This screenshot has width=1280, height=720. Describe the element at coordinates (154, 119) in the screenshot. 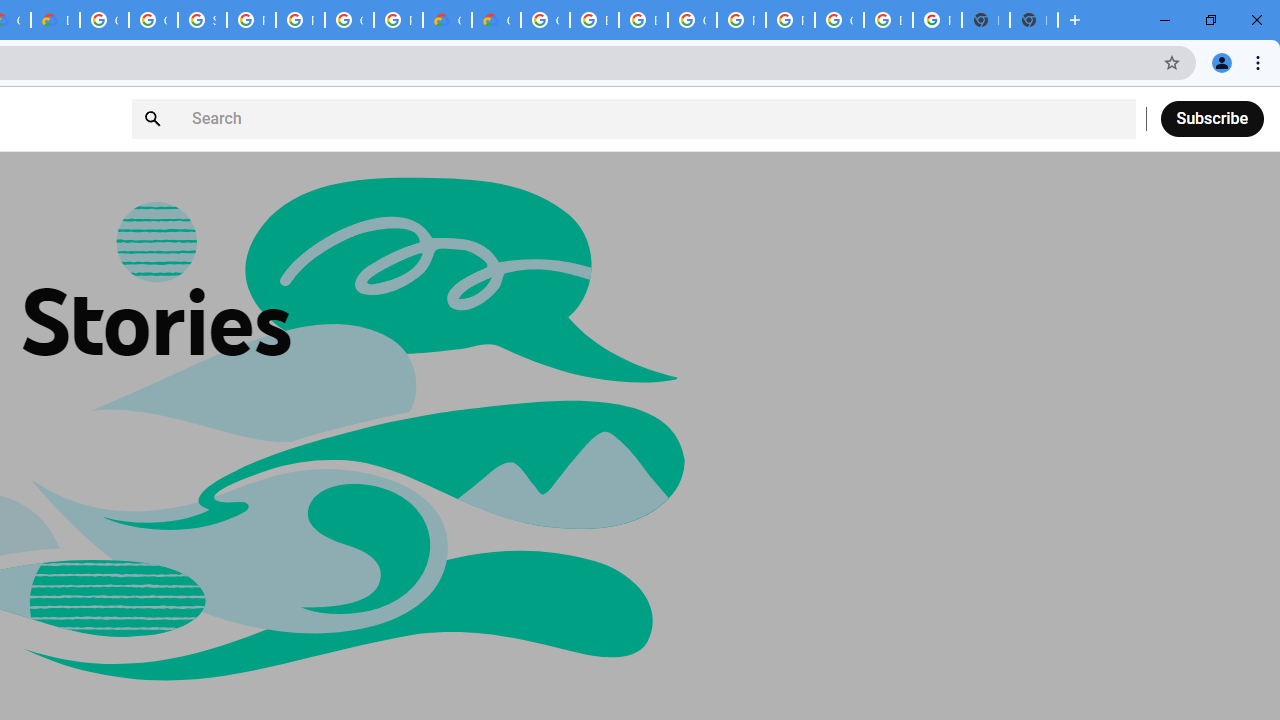

I see `'Submit Search'` at that location.